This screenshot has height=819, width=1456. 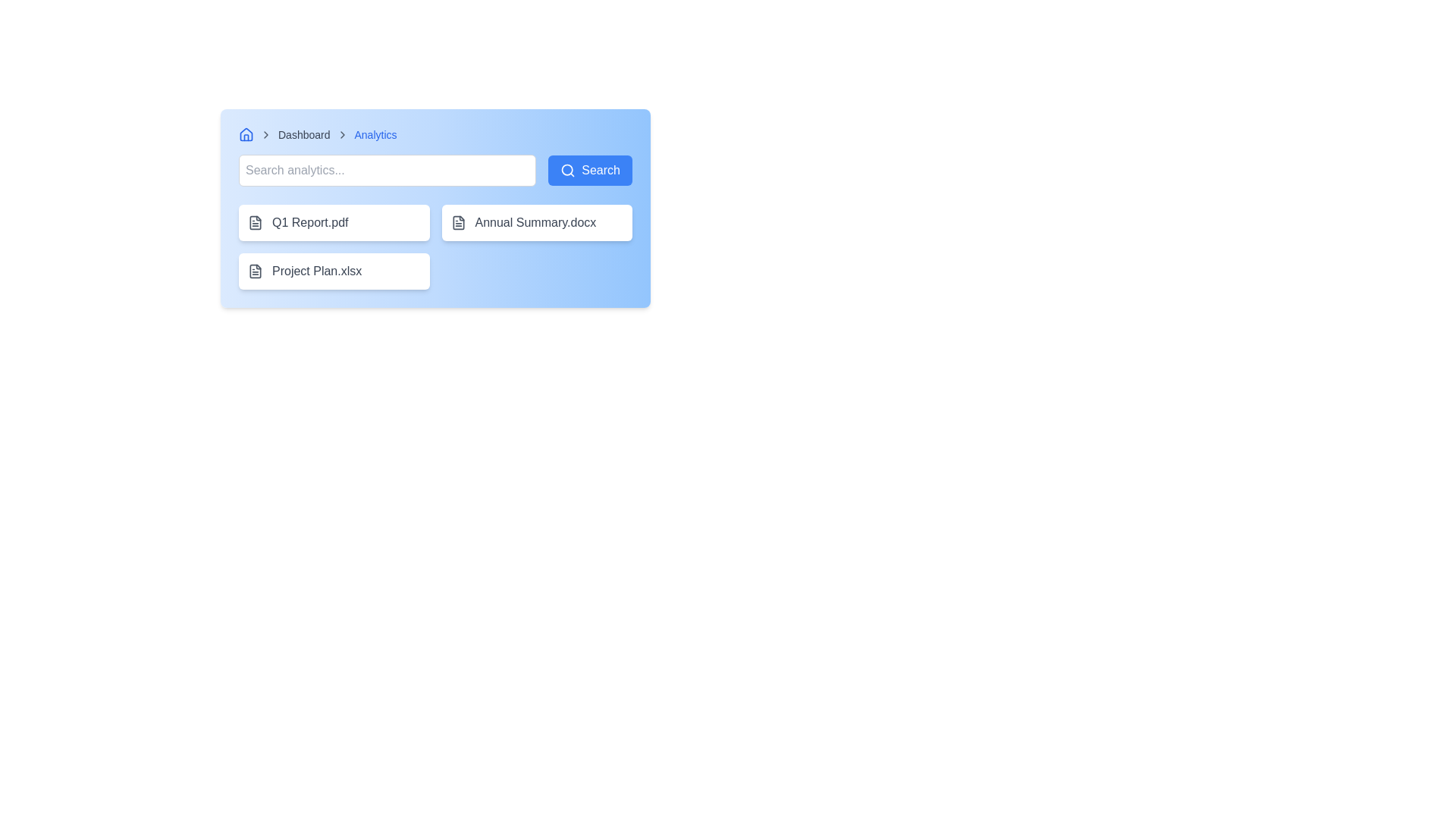 I want to click on the SVG circle that is part of the search icon, located in the top-right corner of the interface, so click(x=566, y=170).